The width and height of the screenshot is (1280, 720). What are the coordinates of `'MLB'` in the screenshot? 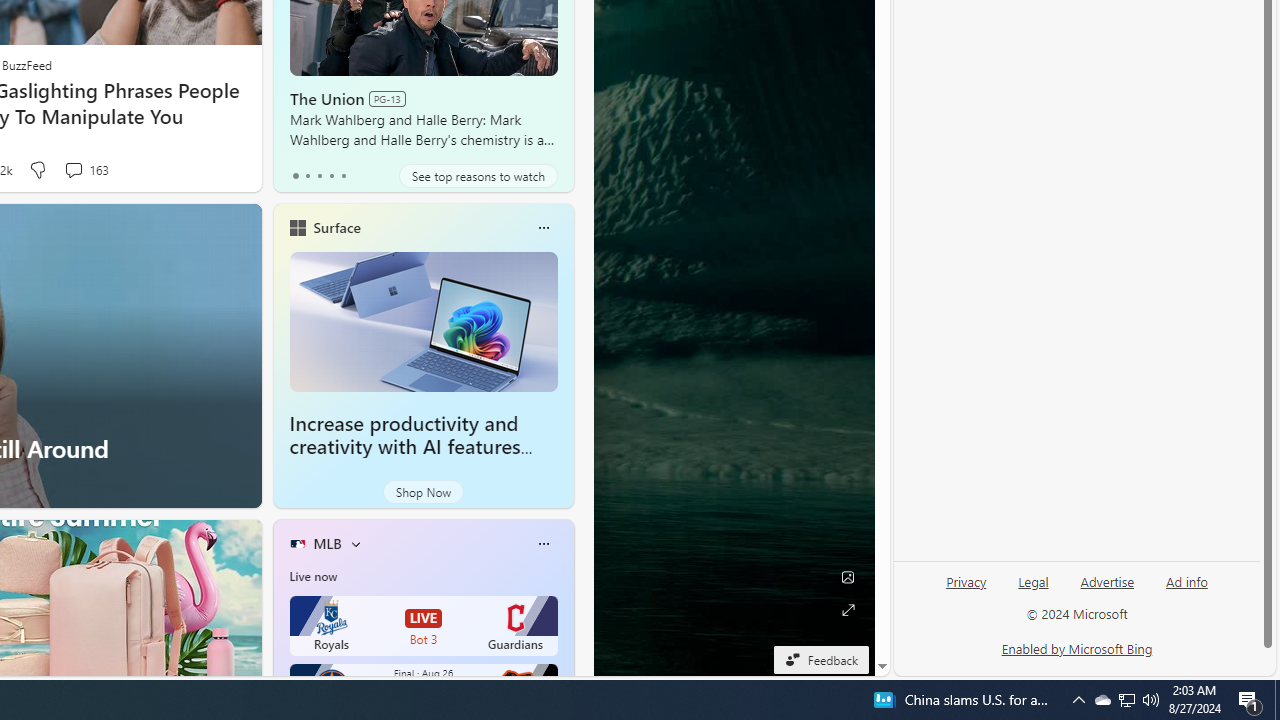 It's located at (327, 543).